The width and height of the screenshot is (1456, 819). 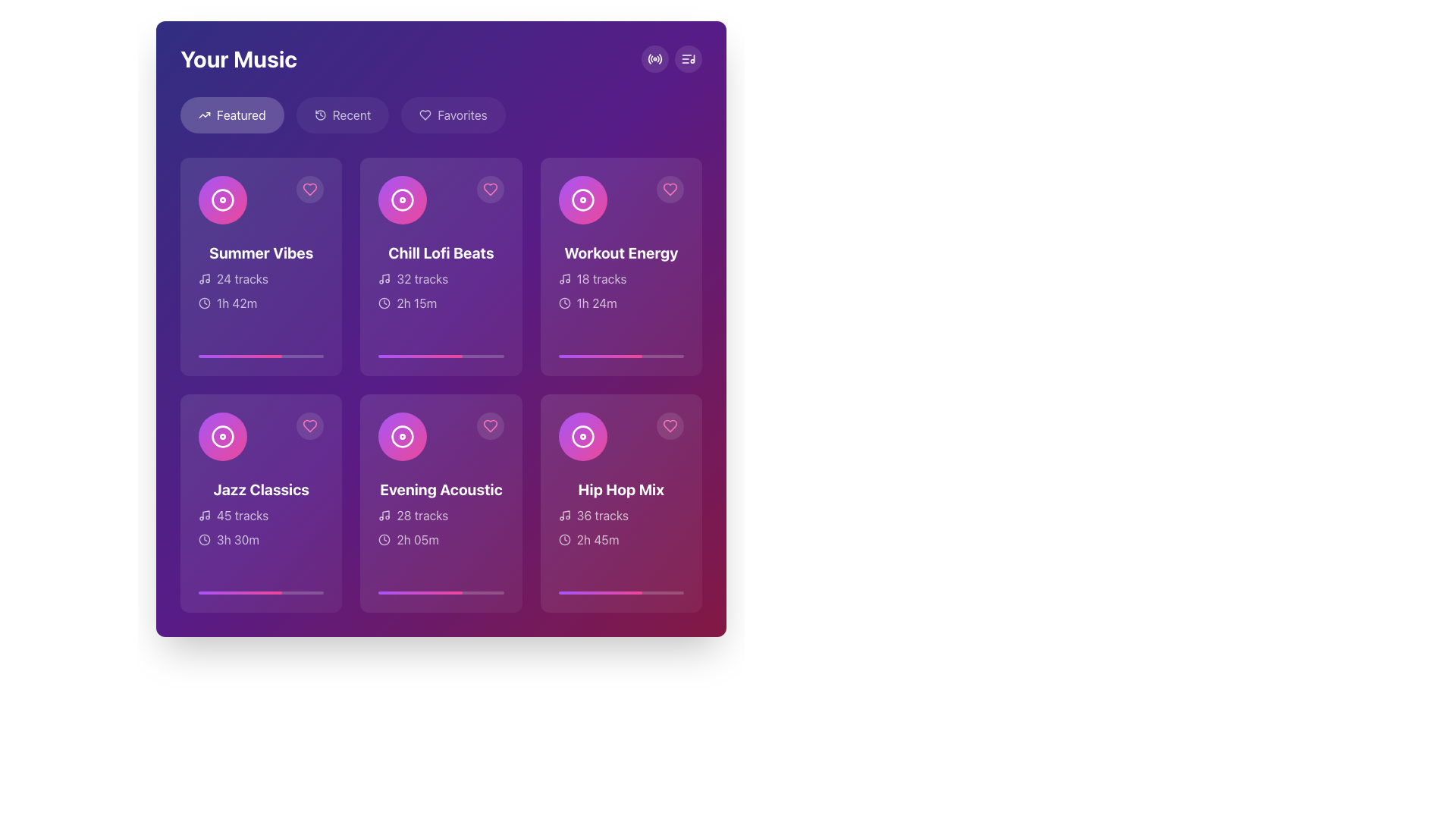 I want to click on the button located in the header section at the top-right corner of the interface, which is the second circular button with a music notation icon, so click(x=687, y=58).